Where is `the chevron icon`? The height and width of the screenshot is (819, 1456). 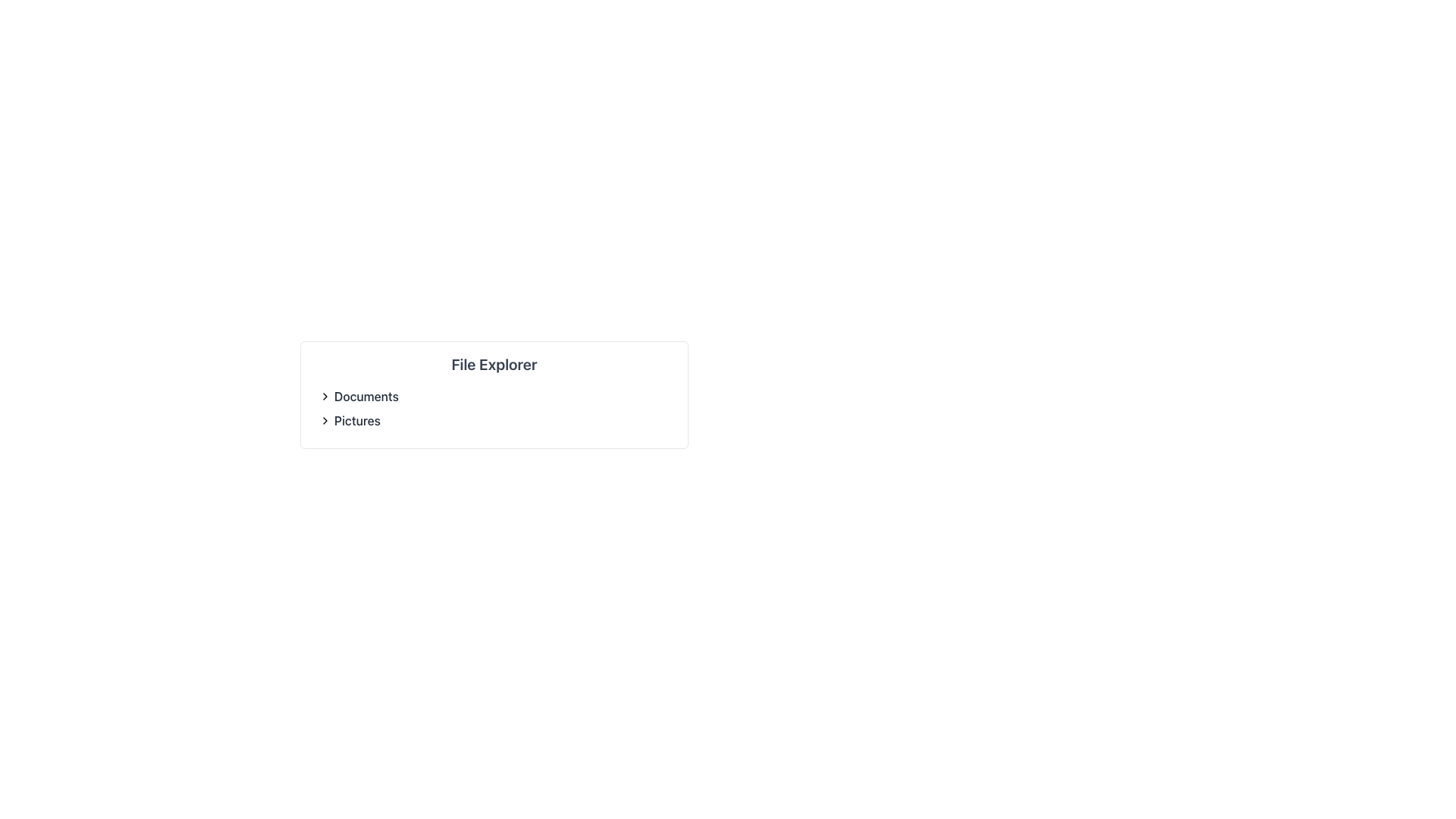
the chevron icon is located at coordinates (324, 396).